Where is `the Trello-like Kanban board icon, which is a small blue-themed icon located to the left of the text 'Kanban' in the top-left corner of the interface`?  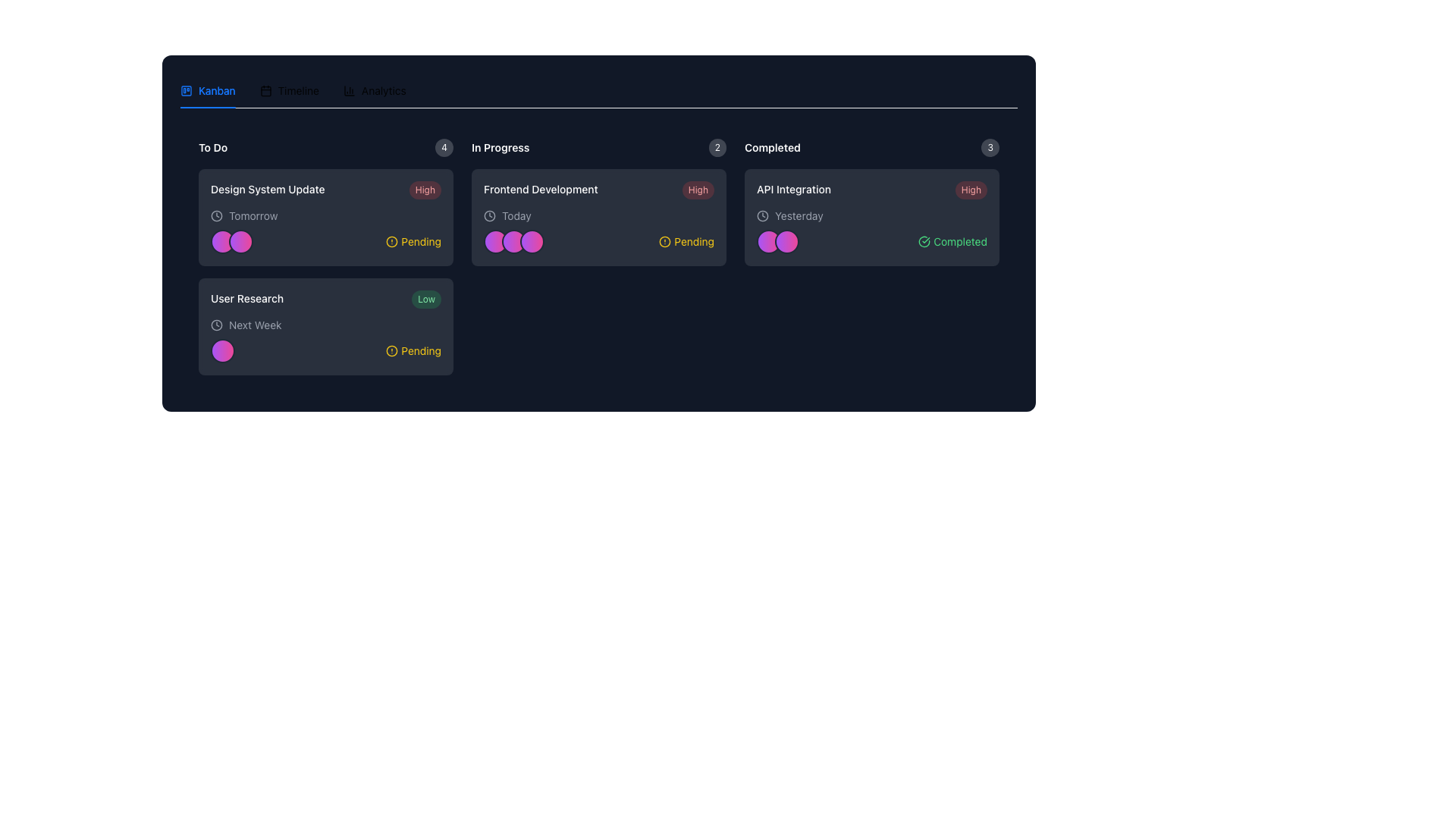
the Trello-like Kanban board icon, which is a small blue-themed icon located to the left of the text 'Kanban' in the top-left corner of the interface is located at coordinates (185, 90).